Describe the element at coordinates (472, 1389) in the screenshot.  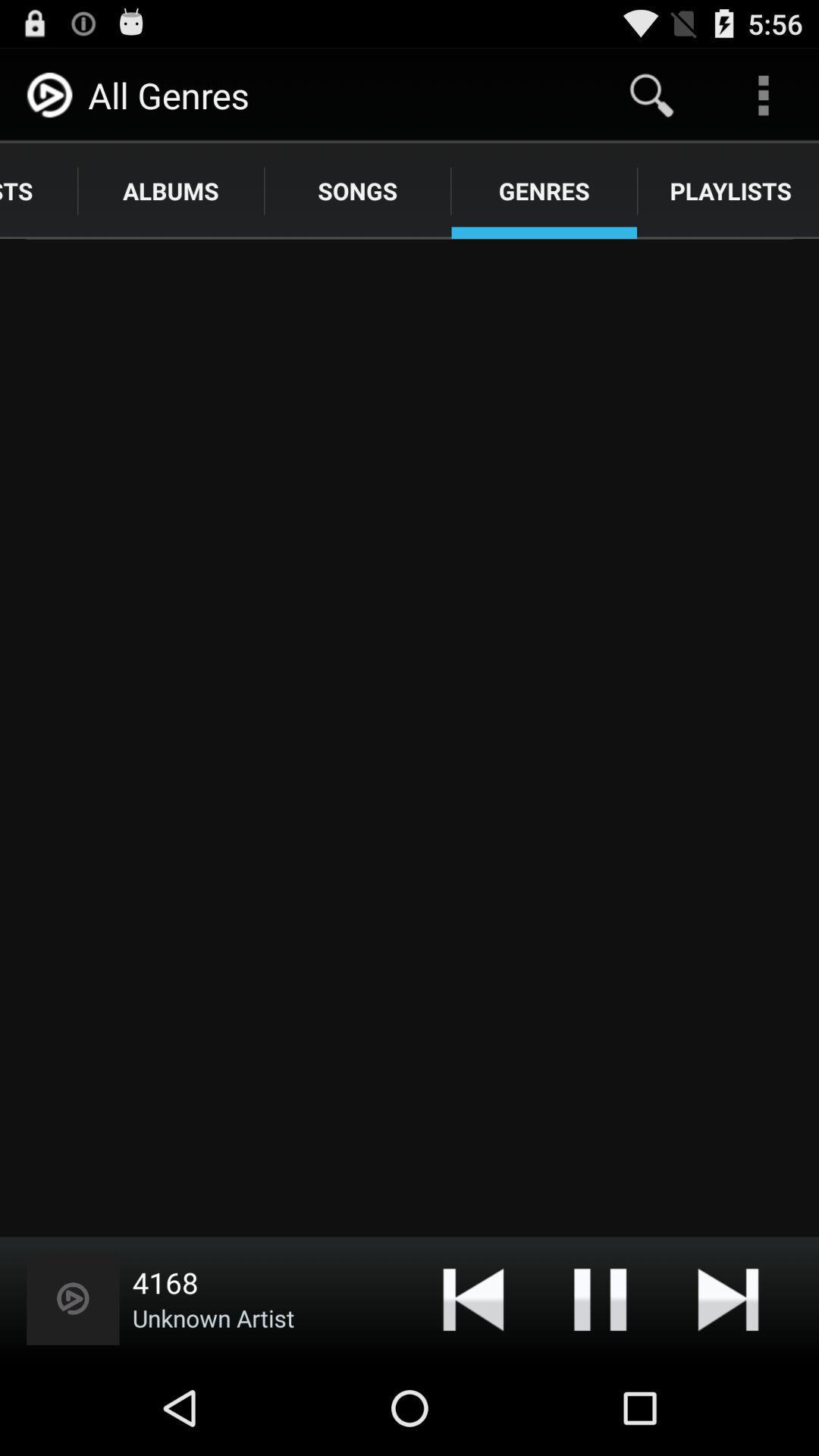
I see `the skip_previous icon` at that location.